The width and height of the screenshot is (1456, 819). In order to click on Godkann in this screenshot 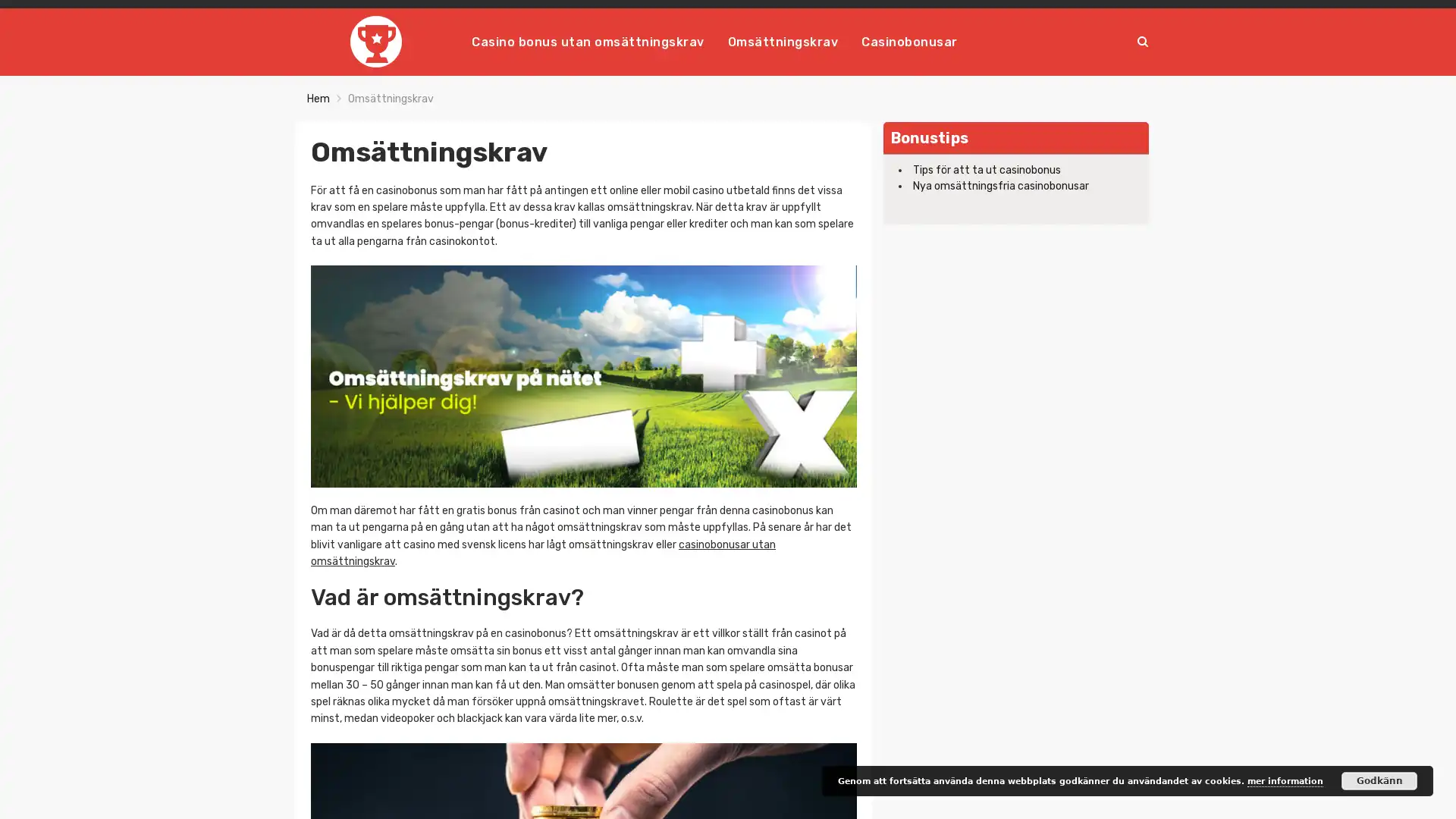, I will do `click(1379, 780)`.